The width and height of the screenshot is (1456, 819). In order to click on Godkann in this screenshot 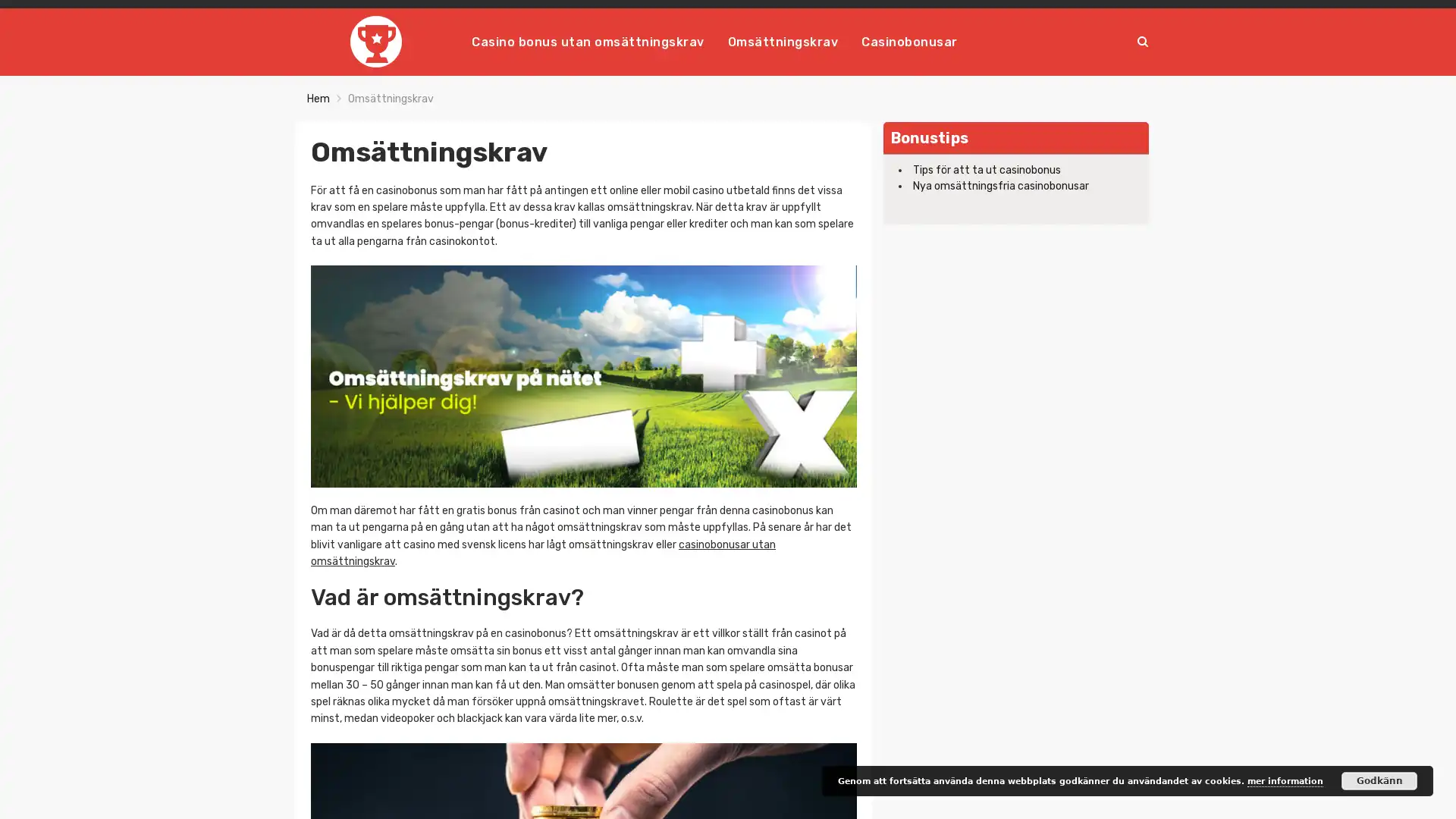, I will do `click(1379, 780)`.